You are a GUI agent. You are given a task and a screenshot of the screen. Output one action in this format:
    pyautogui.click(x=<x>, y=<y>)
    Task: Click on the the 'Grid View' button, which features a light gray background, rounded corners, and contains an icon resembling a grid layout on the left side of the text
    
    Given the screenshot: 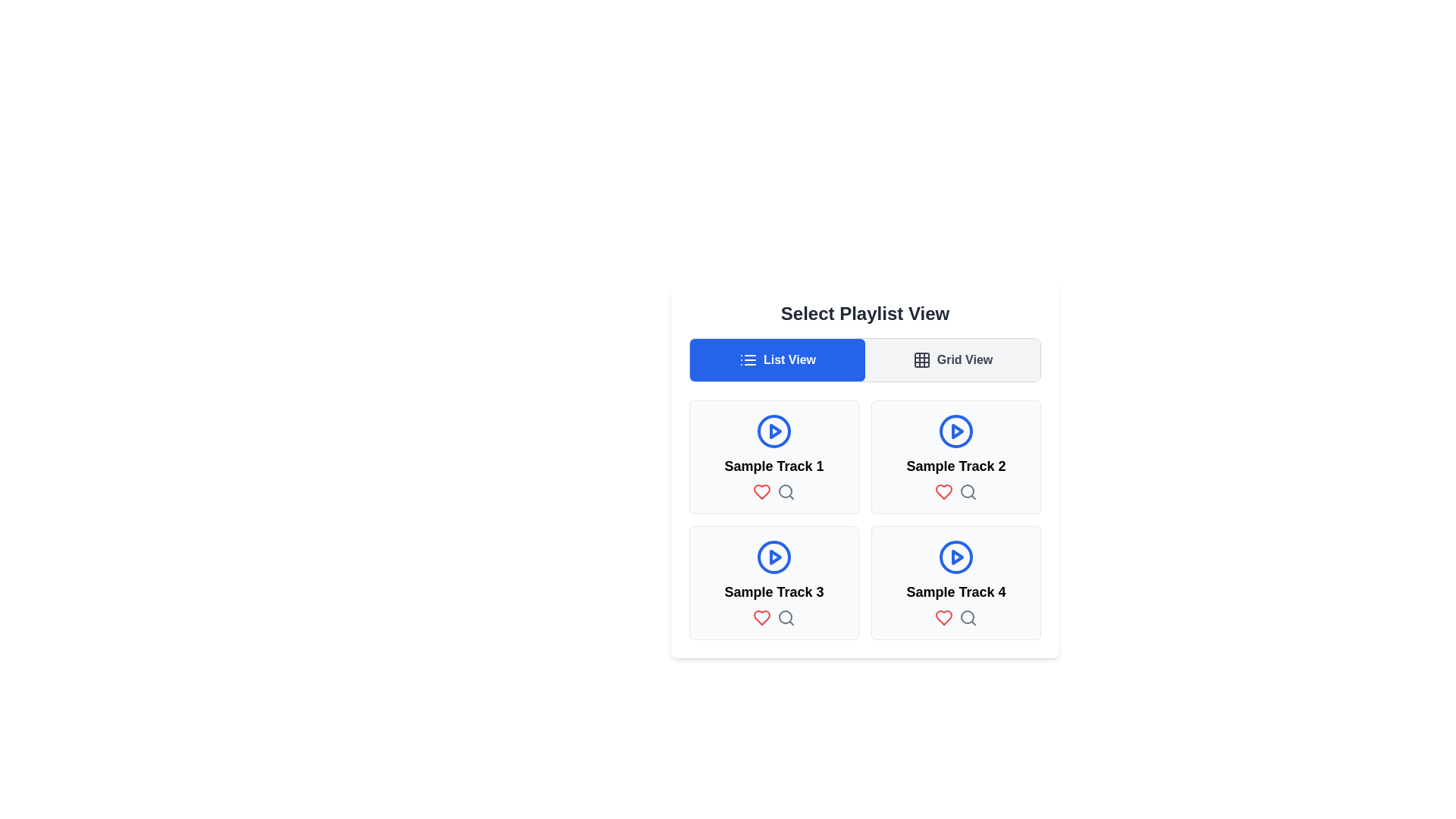 What is the action you would take?
    pyautogui.click(x=952, y=359)
    